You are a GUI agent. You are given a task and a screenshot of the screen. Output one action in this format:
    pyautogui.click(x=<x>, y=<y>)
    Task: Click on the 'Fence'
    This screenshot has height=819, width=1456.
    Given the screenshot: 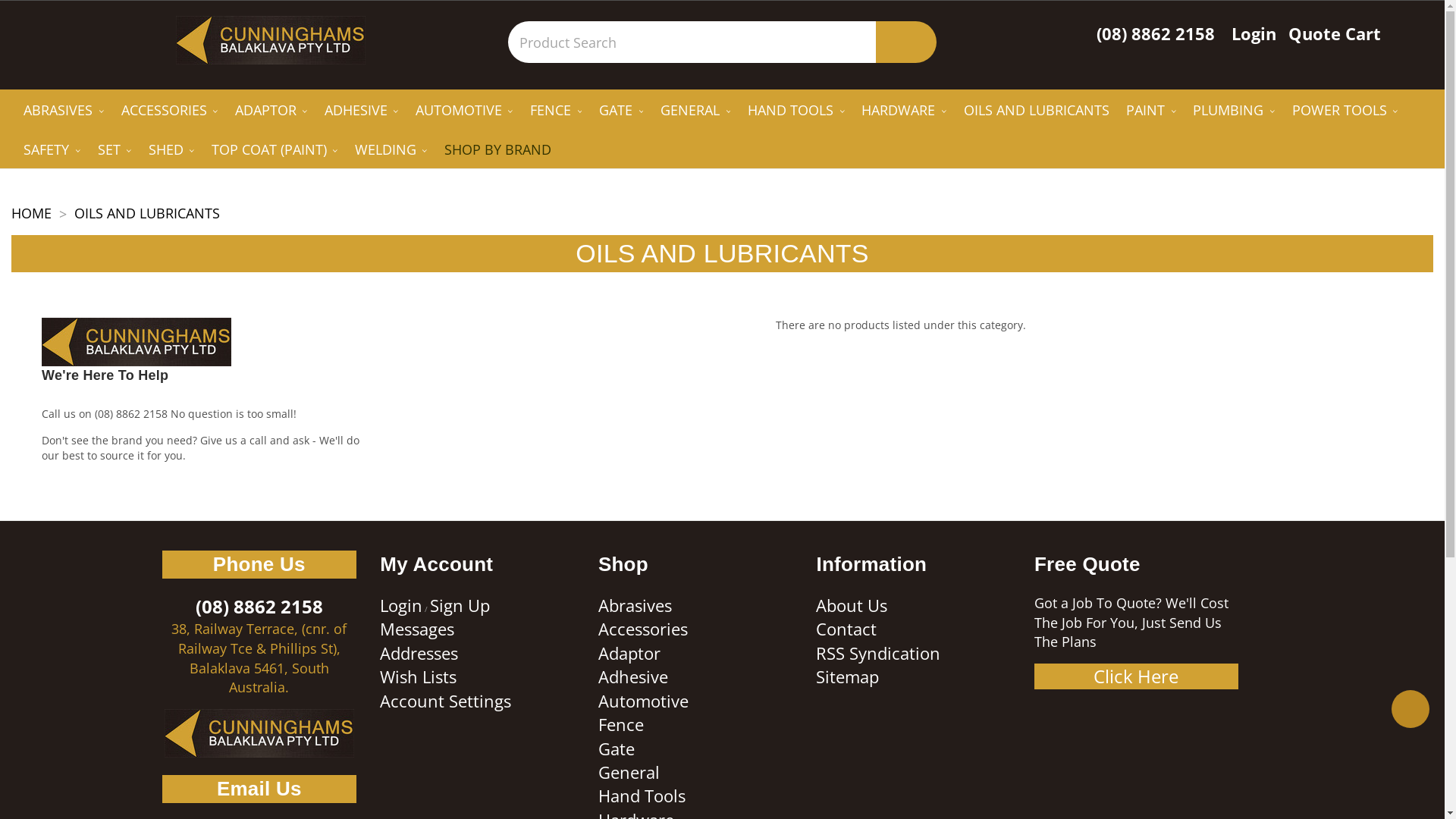 What is the action you would take?
    pyautogui.click(x=621, y=723)
    